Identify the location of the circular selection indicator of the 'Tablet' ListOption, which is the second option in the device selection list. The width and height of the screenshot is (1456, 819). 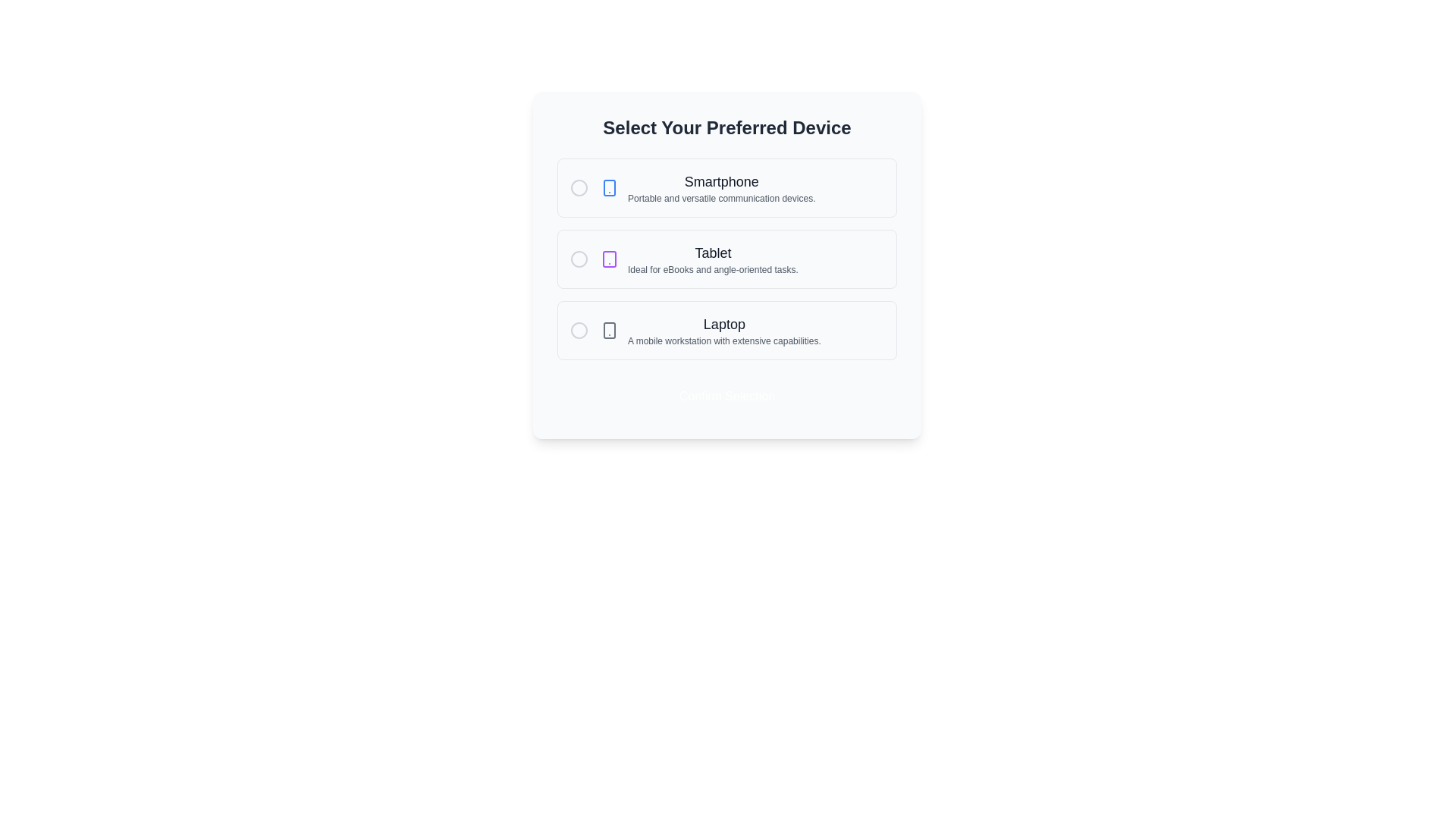
(726, 259).